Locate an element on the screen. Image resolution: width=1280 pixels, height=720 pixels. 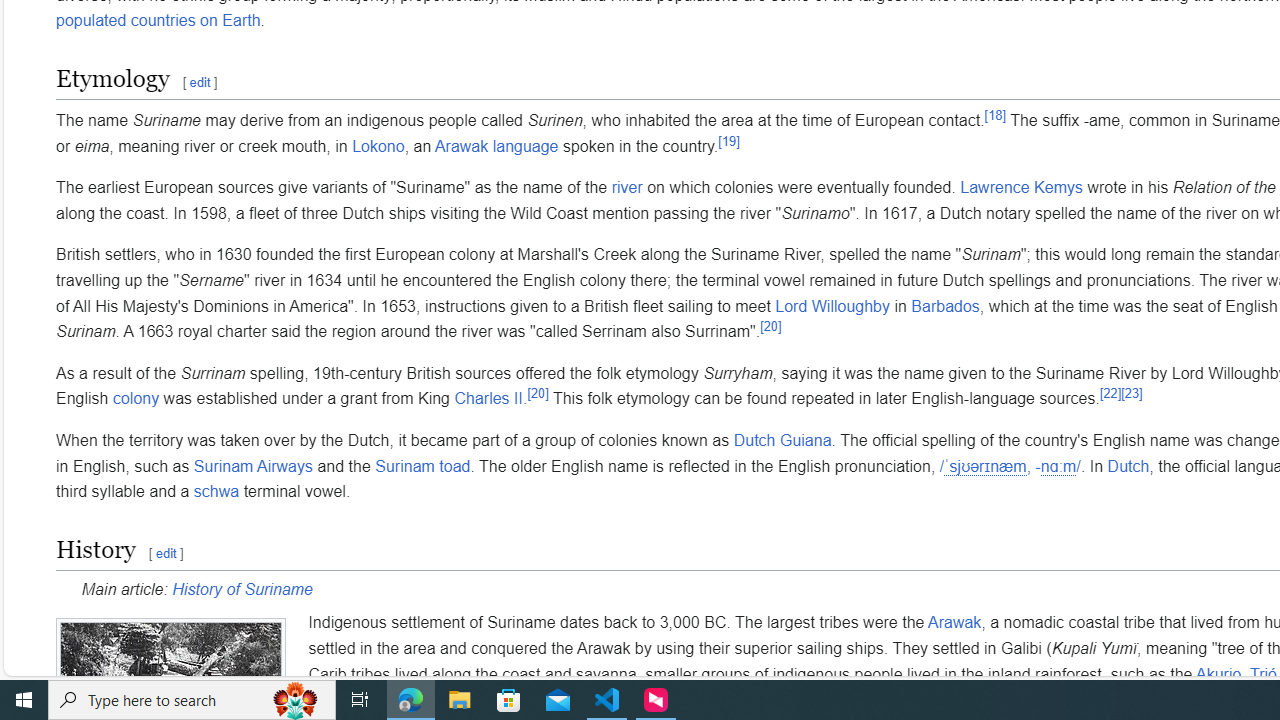
'Barbados' is located at coordinates (944, 306).